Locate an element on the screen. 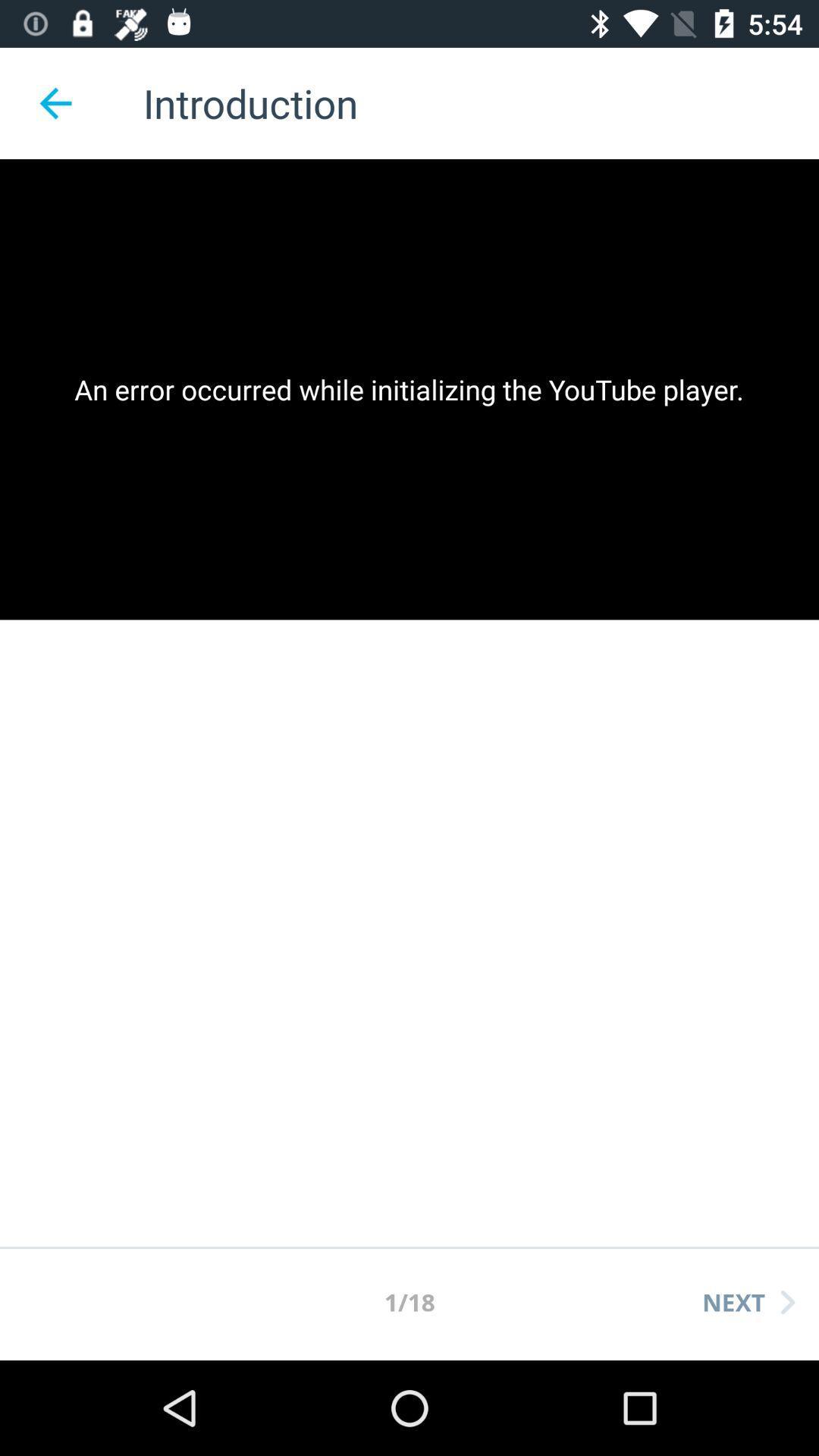 Image resolution: width=819 pixels, height=1456 pixels. item next to 1/18 icon is located at coordinates (748, 1301).